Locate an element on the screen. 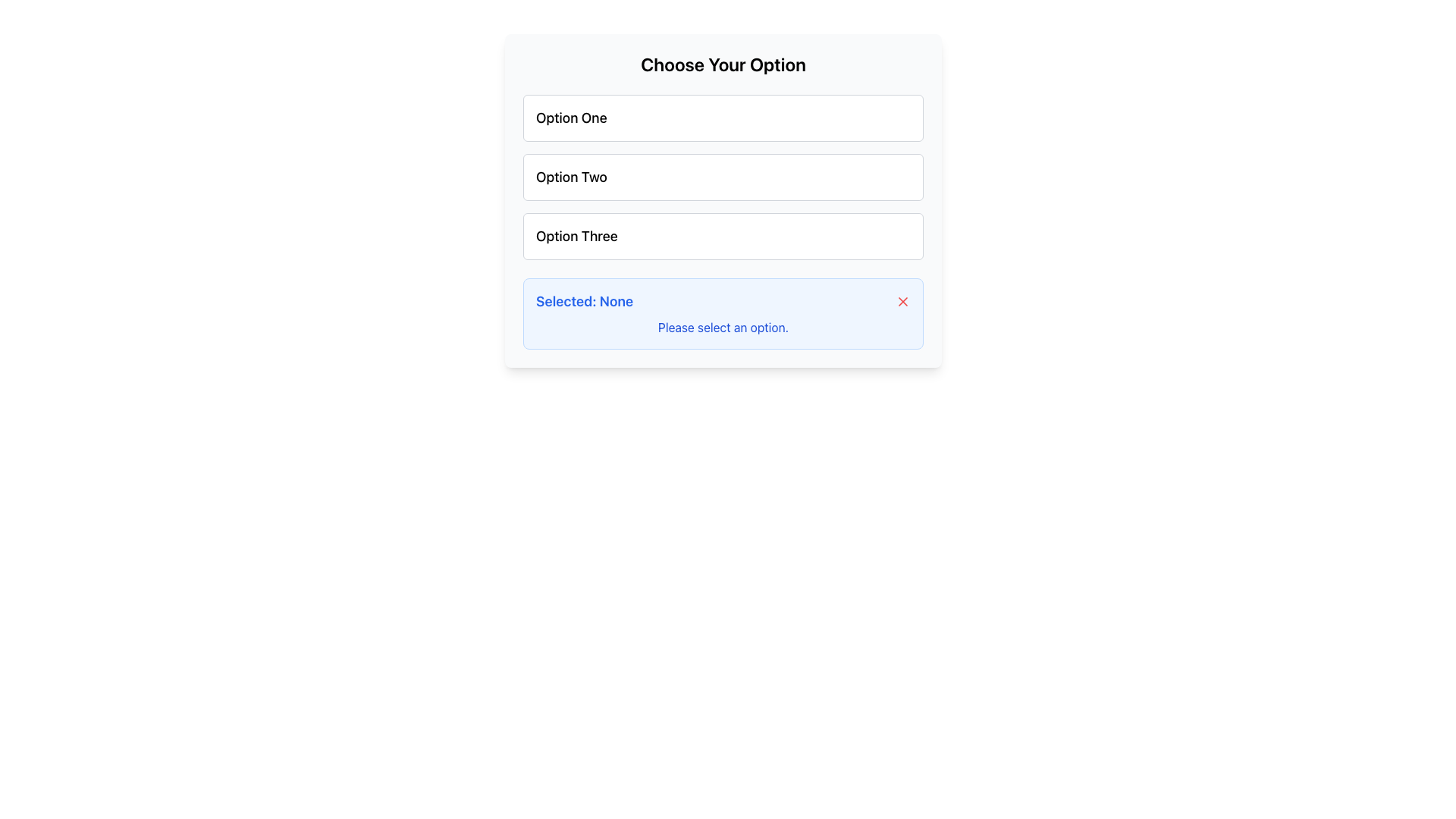 This screenshot has height=819, width=1456. the clear icon button located to the right of the text 'Selected: None' to reset the chosen selection is located at coordinates (902, 301).